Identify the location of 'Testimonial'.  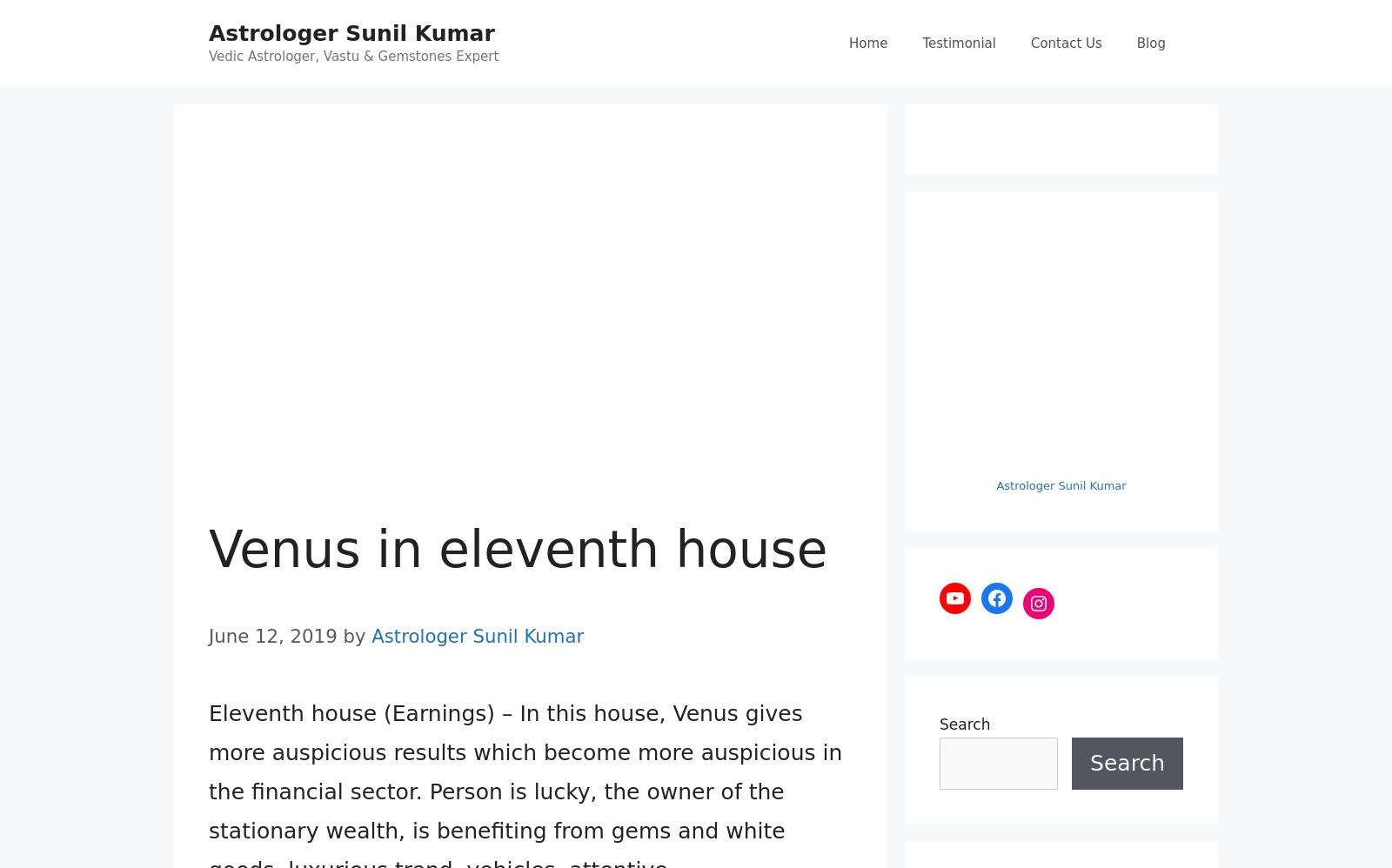
(958, 43).